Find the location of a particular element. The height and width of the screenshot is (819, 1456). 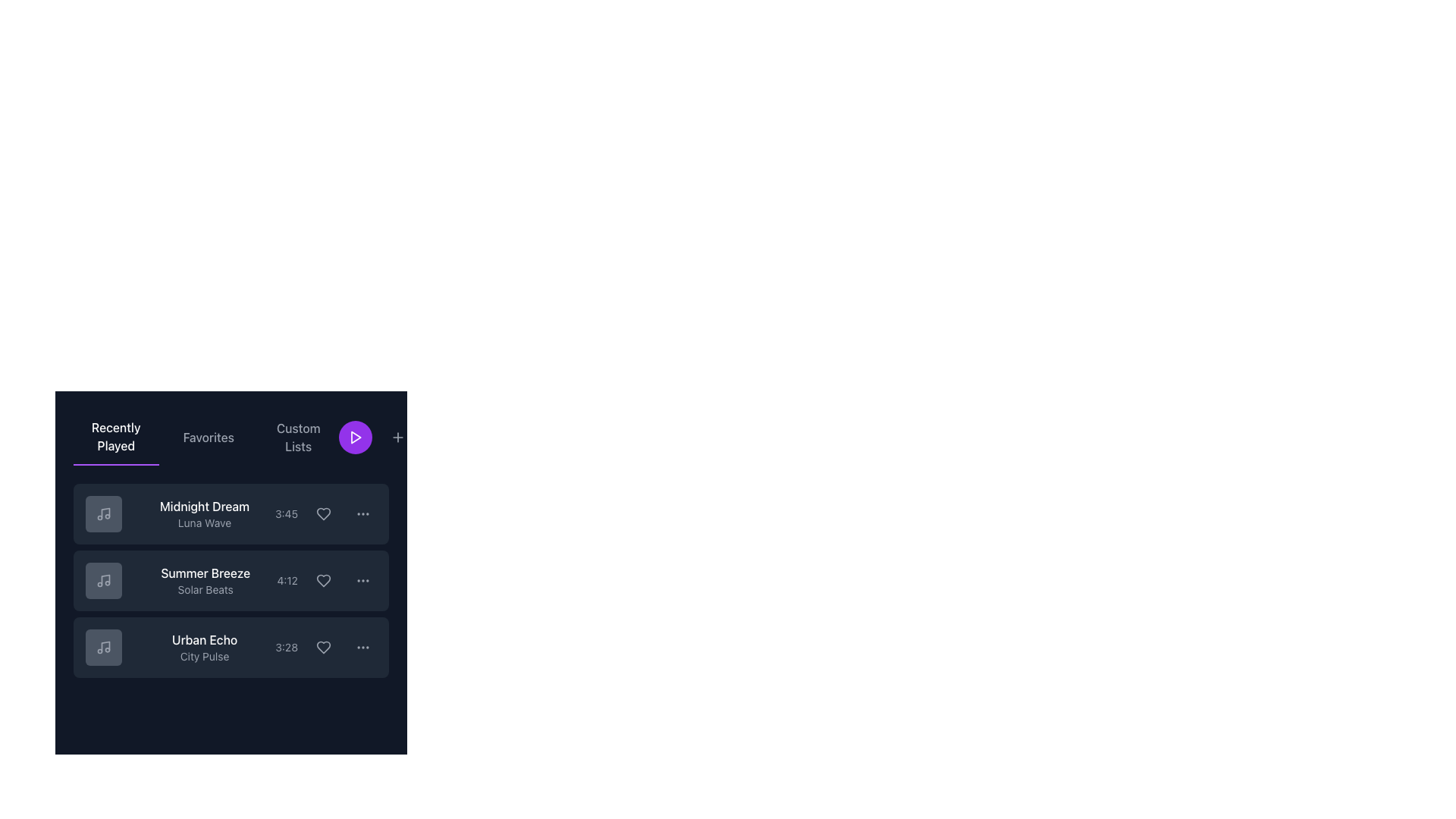

the icon button located on the far left of the third item in the 'Recently Played' list, which visually represents the song item is located at coordinates (103, 647).